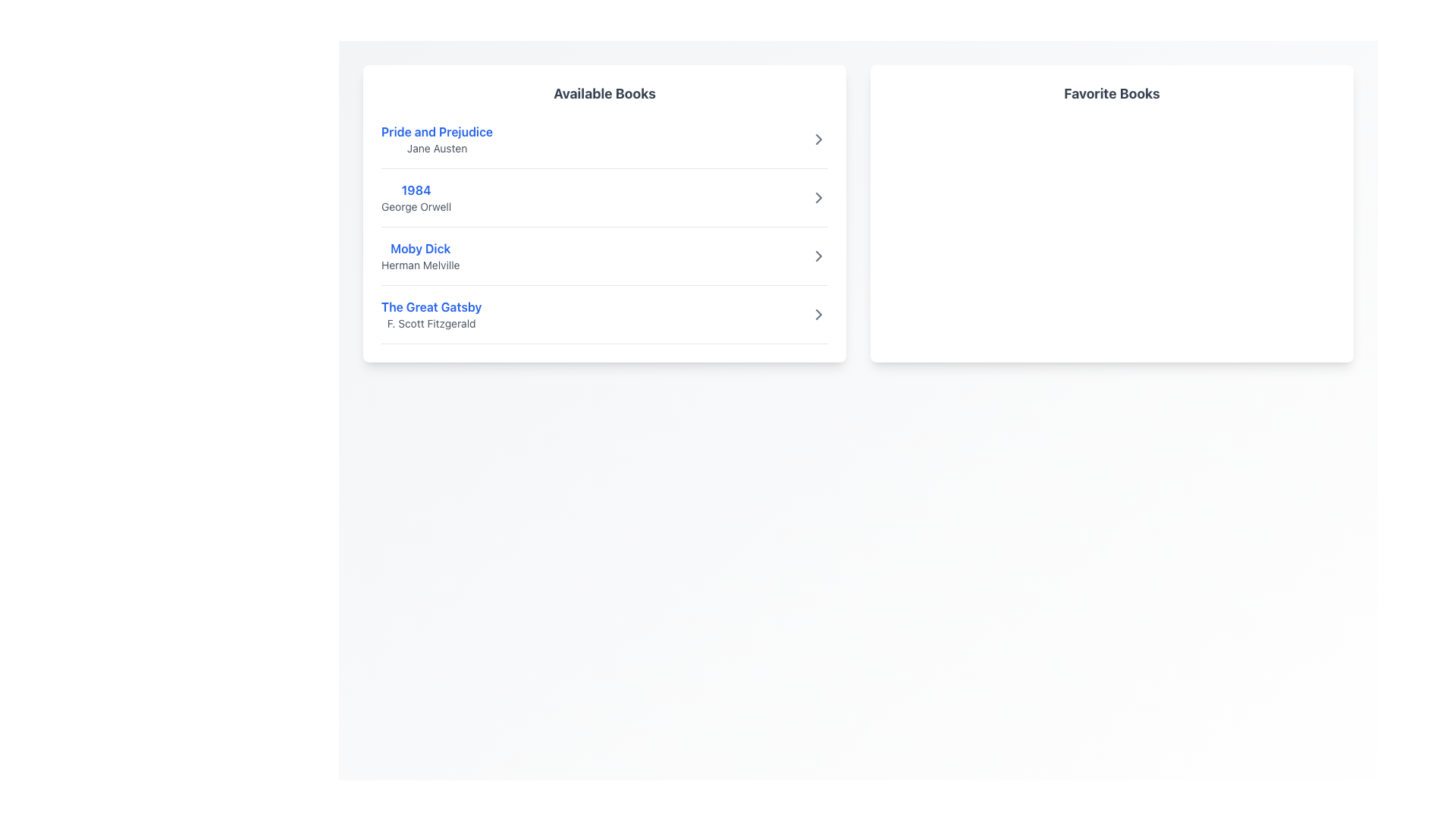 The image size is (1456, 819). I want to click on the button or icon located to the right of 'The Great Gatsby' in the 'Available Books' section to observe the color change, so click(818, 314).